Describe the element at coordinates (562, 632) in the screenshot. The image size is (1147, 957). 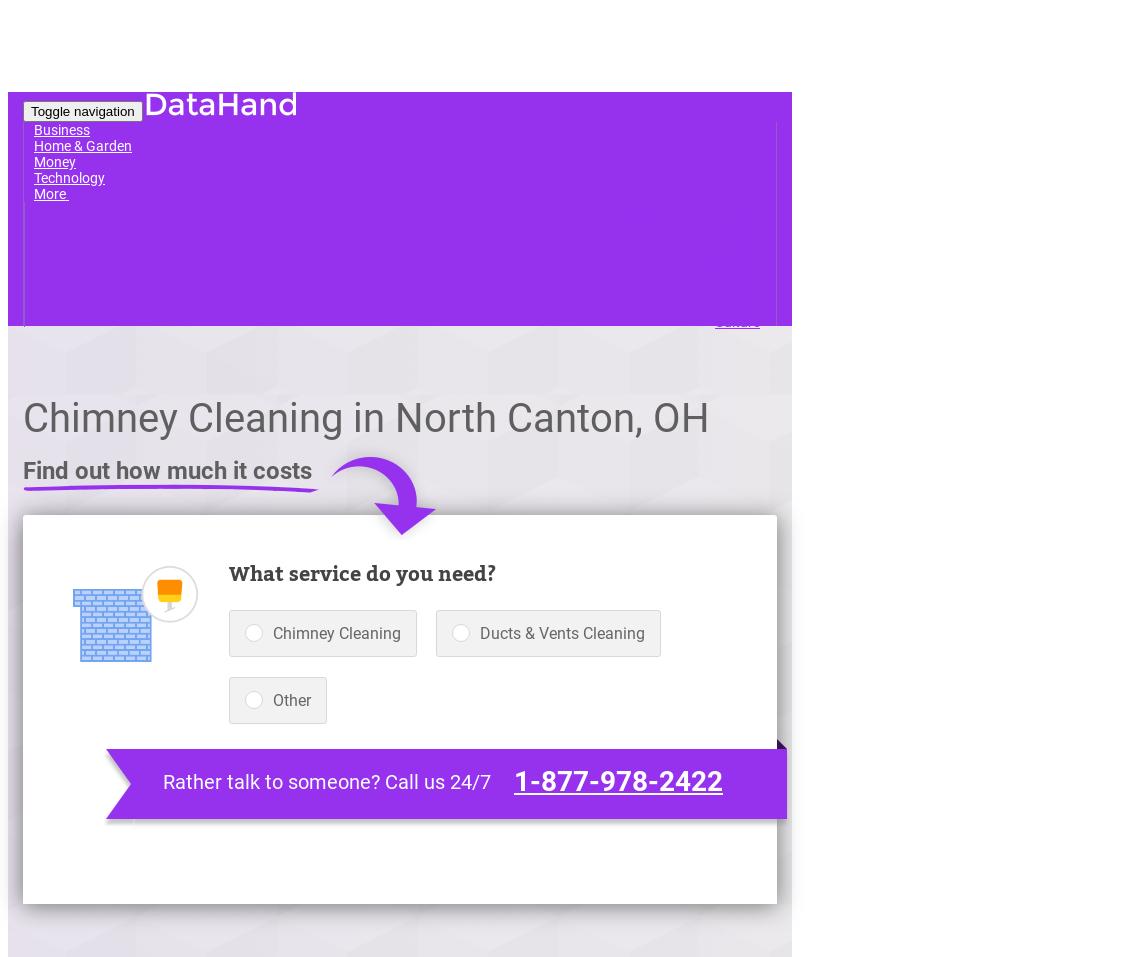
I see `'Ducts & Vents Cleaning'` at that location.